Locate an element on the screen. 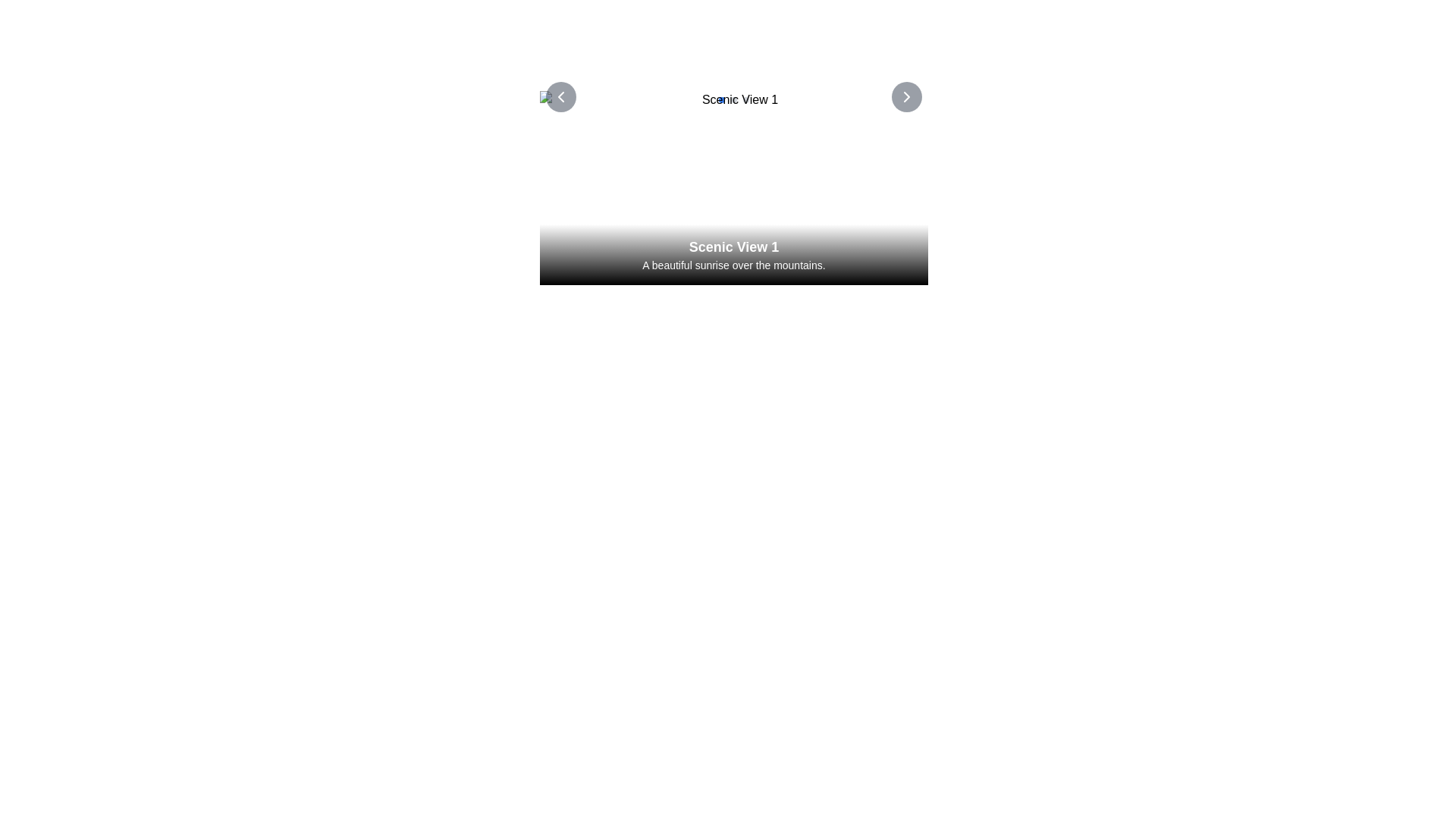 Image resolution: width=1456 pixels, height=819 pixels. the text element displaying 'A beautiful sunrise over the mountains.' which is styled in white on a gradient background and located below 'Scenic View 1' is located at coordinates (734, 265).